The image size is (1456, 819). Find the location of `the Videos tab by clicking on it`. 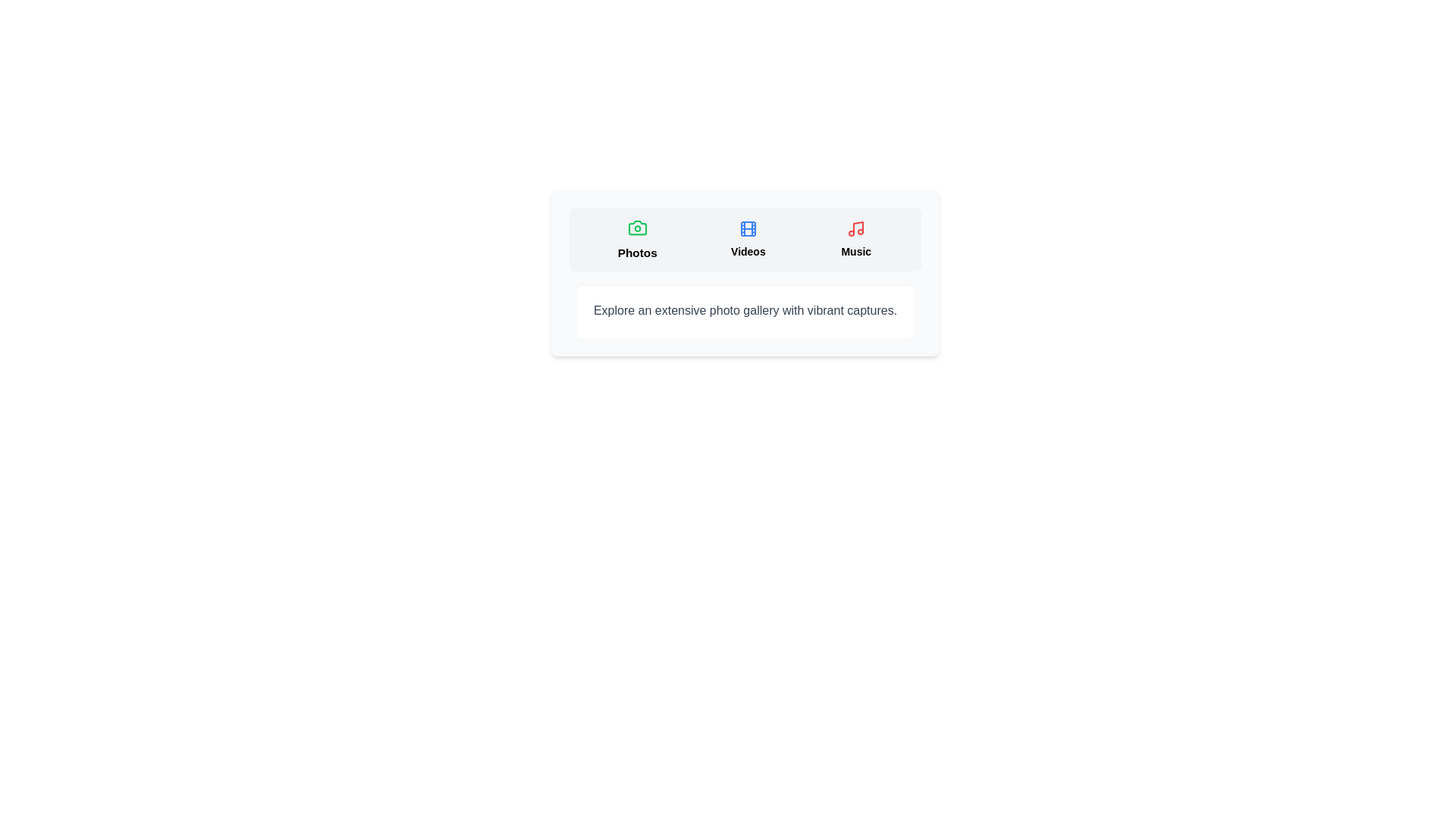

the Videos tab by clicking on it is located at coordinates (748, 239).